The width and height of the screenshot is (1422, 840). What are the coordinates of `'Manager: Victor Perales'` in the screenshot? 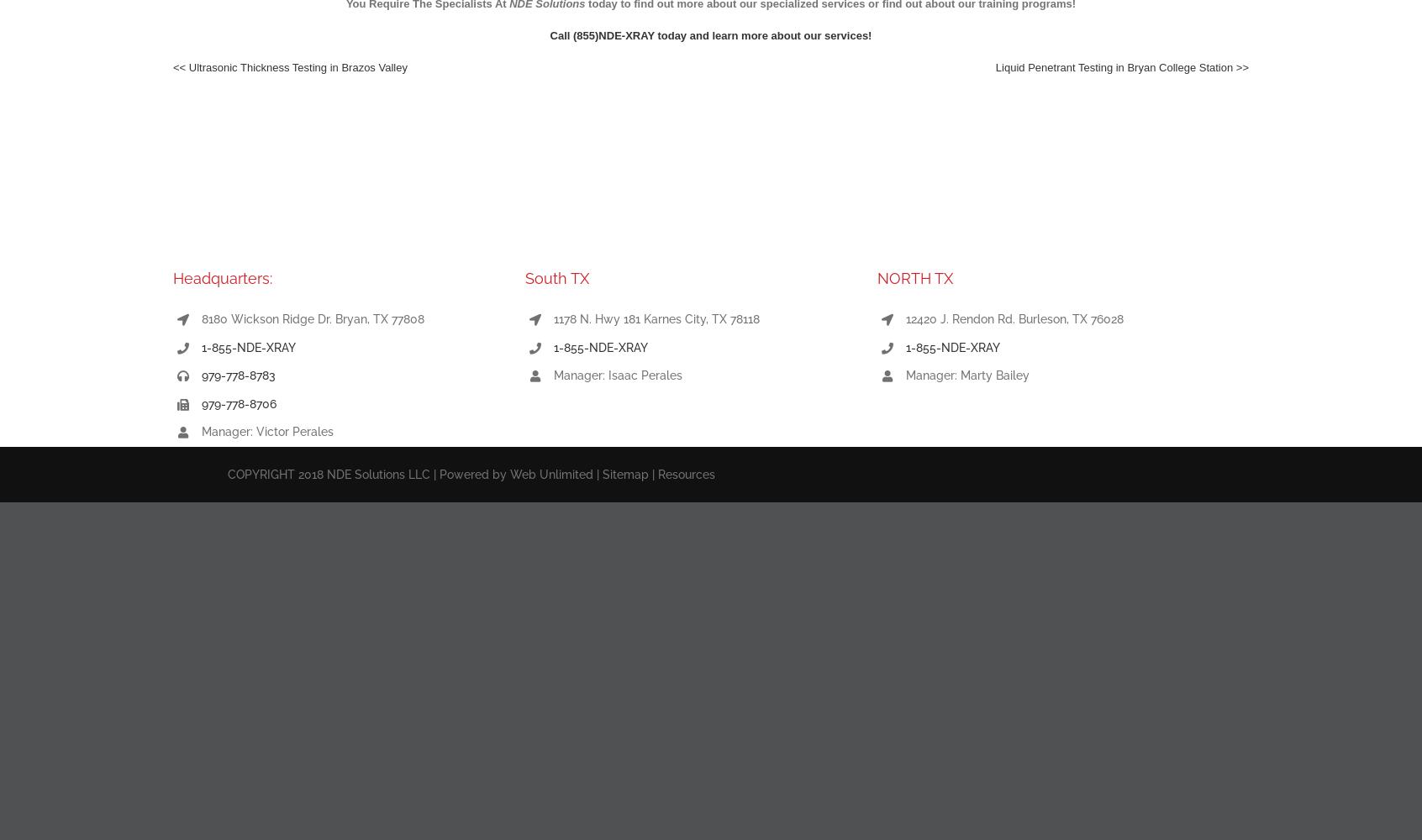 It's located at (266, 432).